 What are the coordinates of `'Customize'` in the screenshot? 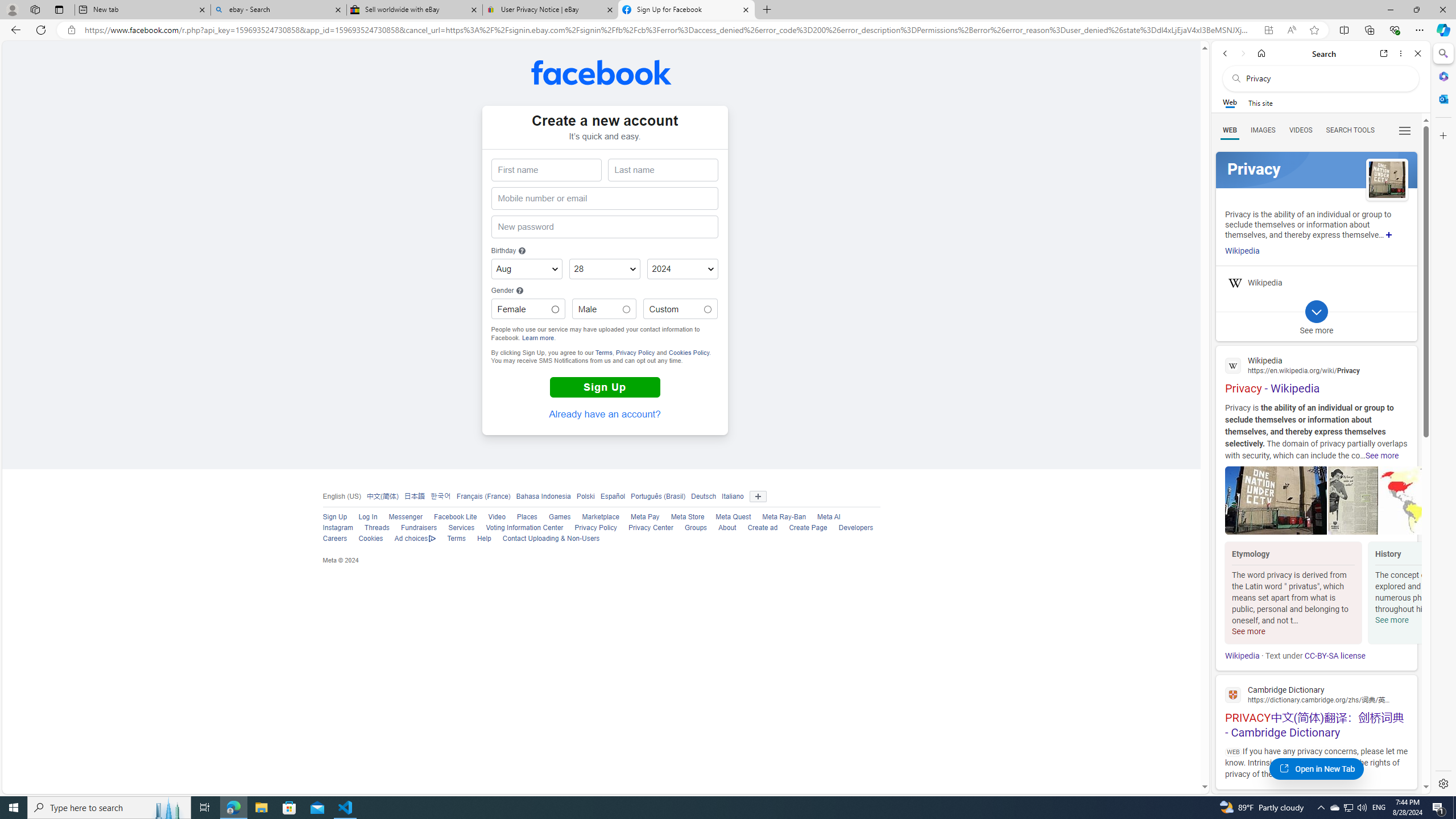 It's located at (1442, 135).